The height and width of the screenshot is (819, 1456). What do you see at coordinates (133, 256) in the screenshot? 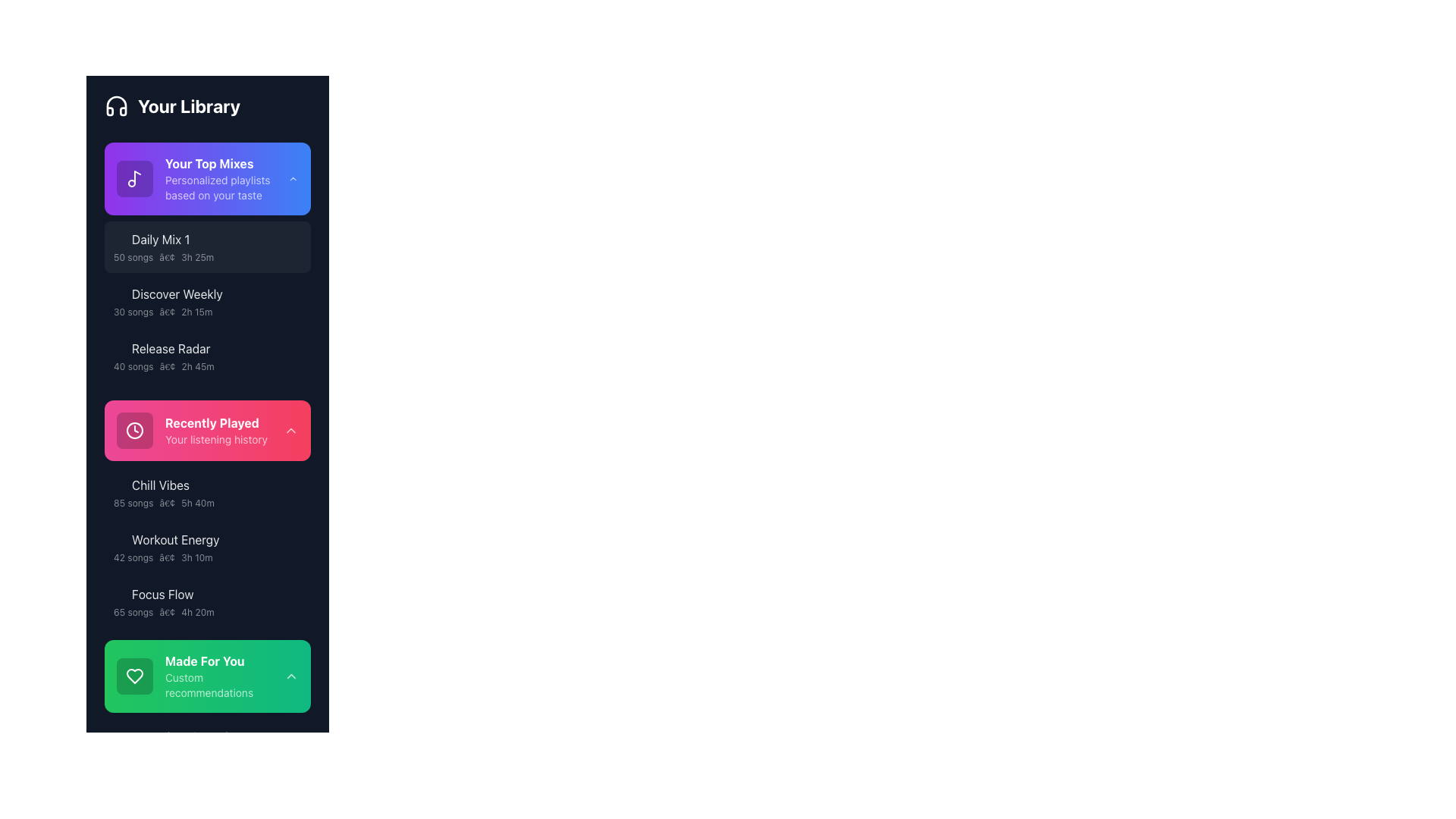
I see `the static text label indicating the number of songs in the playlist, which is positioned before the separator and the text '3h 25m', located below the 'Daily Mix 1' heading` at bounding box center [133, 256].